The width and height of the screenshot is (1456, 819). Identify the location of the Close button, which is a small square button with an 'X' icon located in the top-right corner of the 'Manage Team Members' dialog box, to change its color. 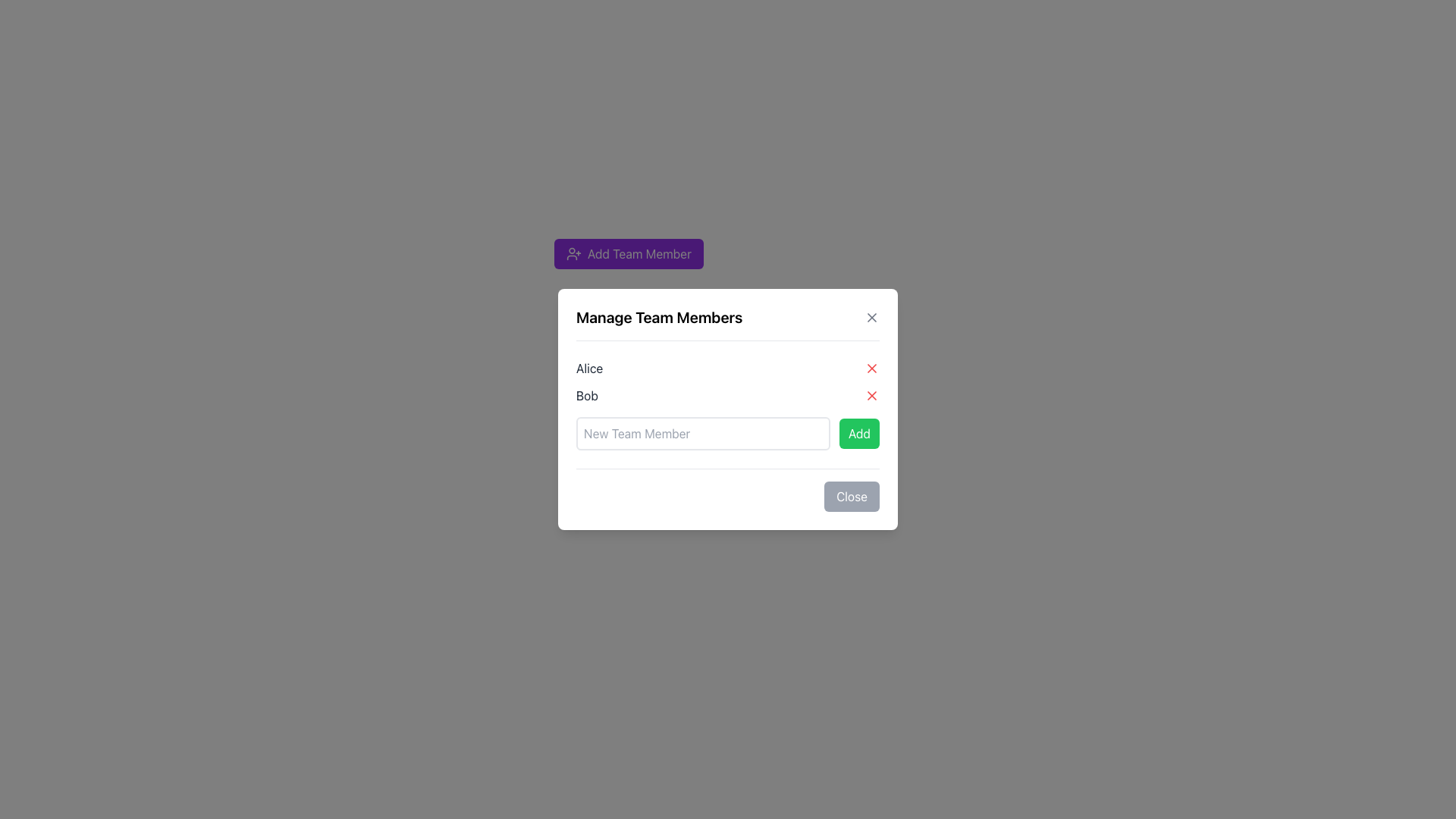
(872, 317).